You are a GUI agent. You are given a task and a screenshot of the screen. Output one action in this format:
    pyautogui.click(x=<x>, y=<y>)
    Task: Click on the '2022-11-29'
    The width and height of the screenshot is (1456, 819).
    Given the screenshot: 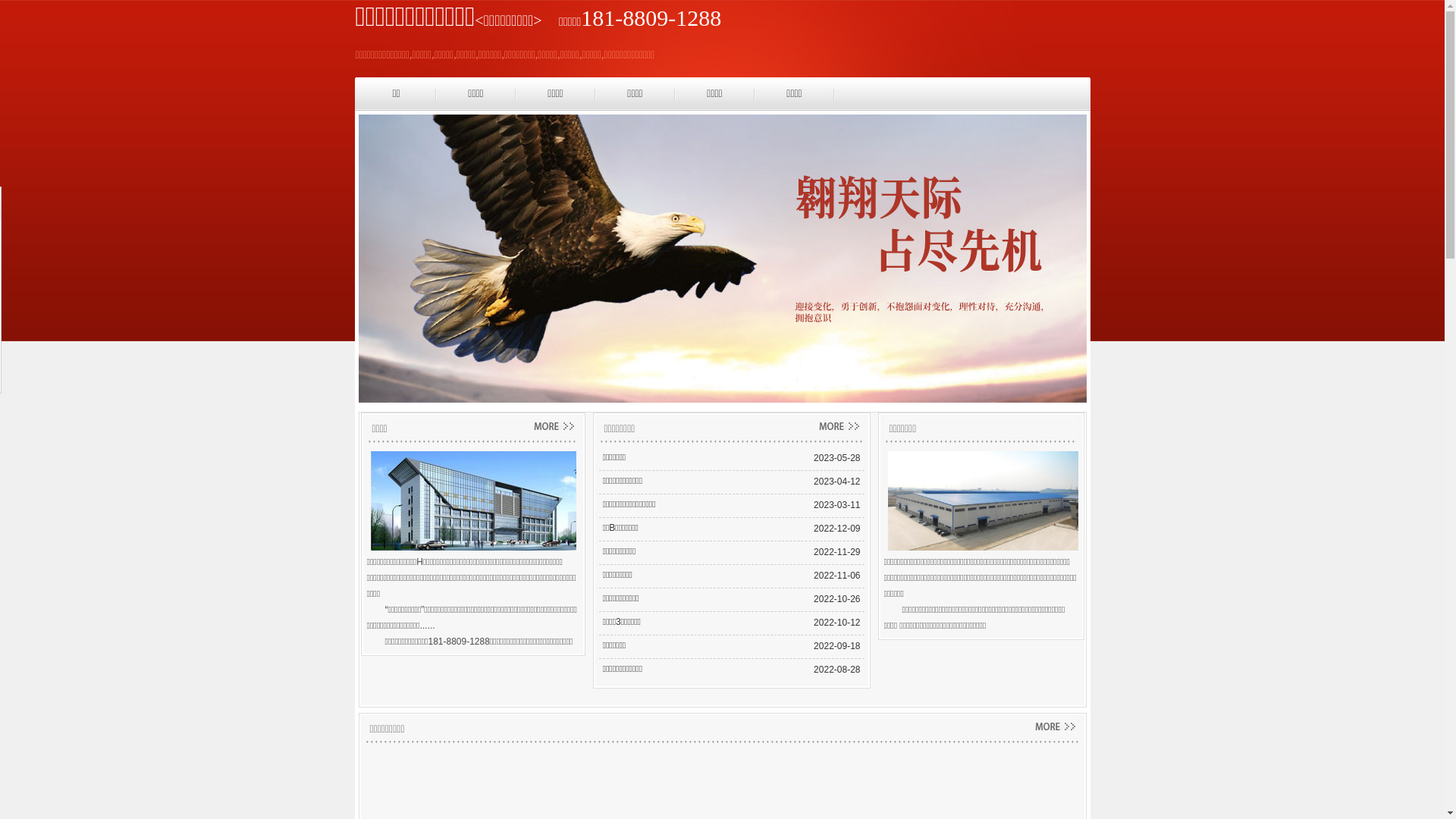 What is the action you would take?
    pyautogui.click(x=836, y=552)
    